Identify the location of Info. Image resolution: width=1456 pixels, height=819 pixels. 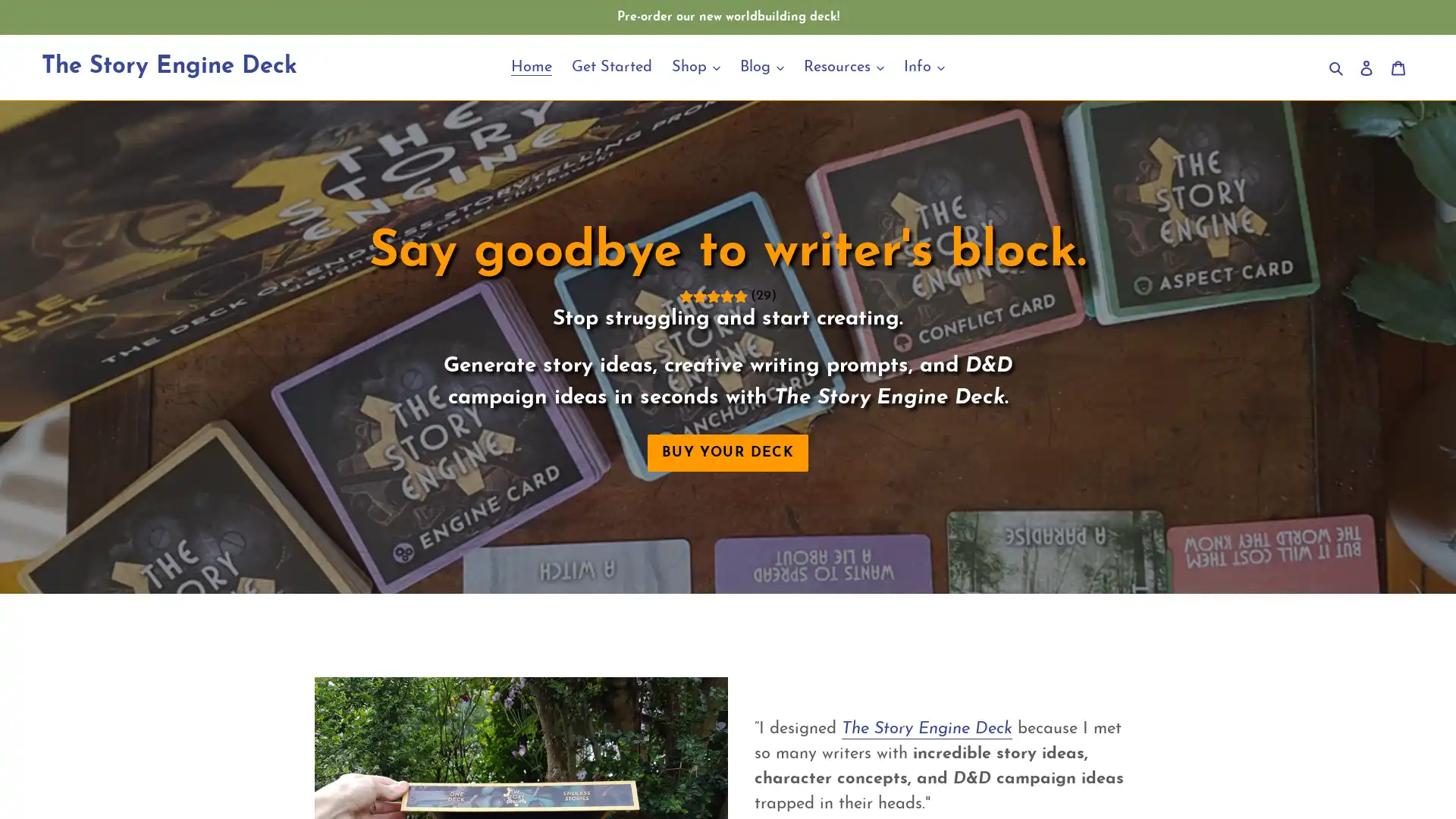
(924, 66).